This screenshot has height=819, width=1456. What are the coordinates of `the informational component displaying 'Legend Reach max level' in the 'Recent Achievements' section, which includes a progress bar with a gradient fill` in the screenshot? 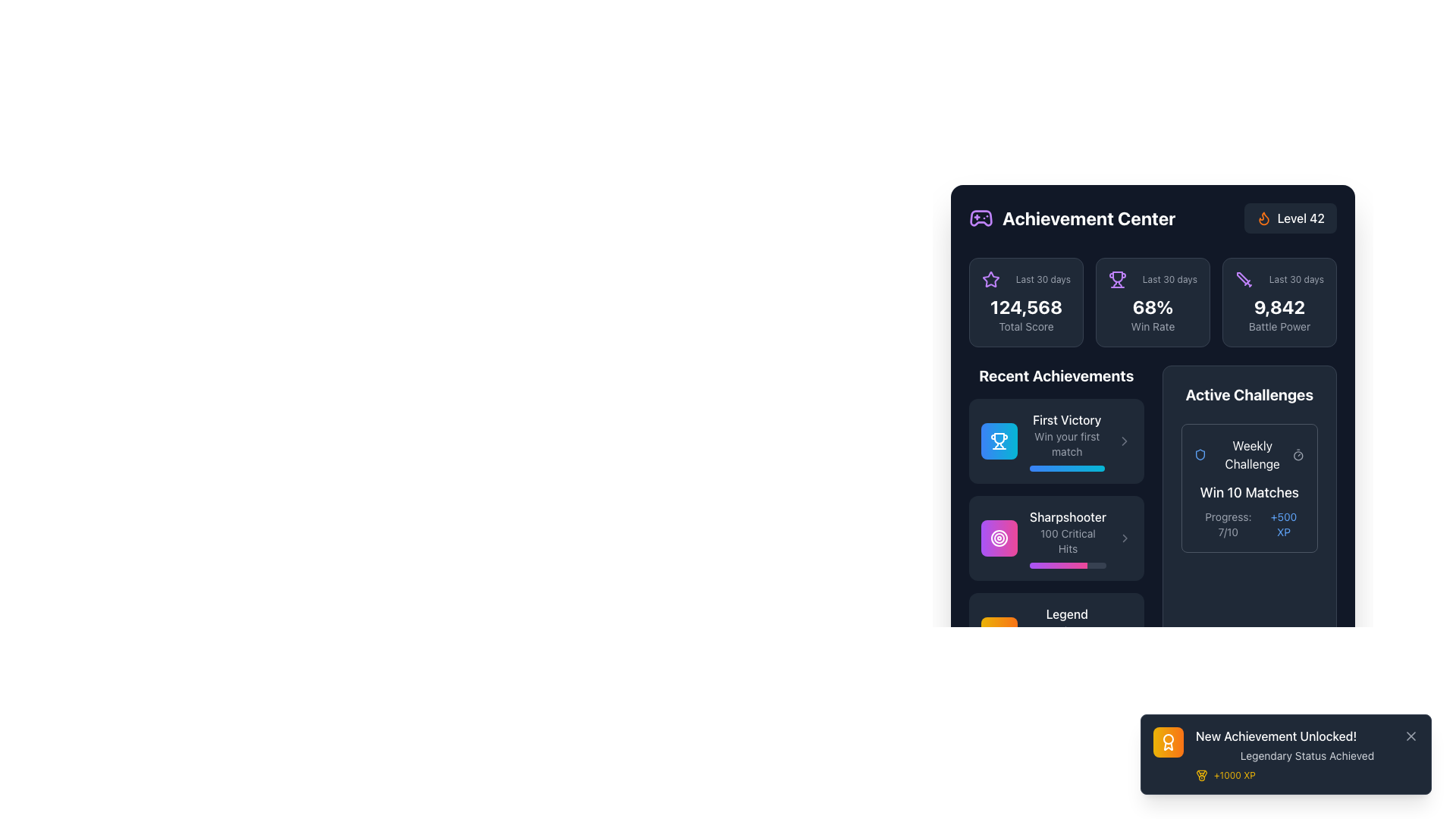 It's located at (1066, 635).